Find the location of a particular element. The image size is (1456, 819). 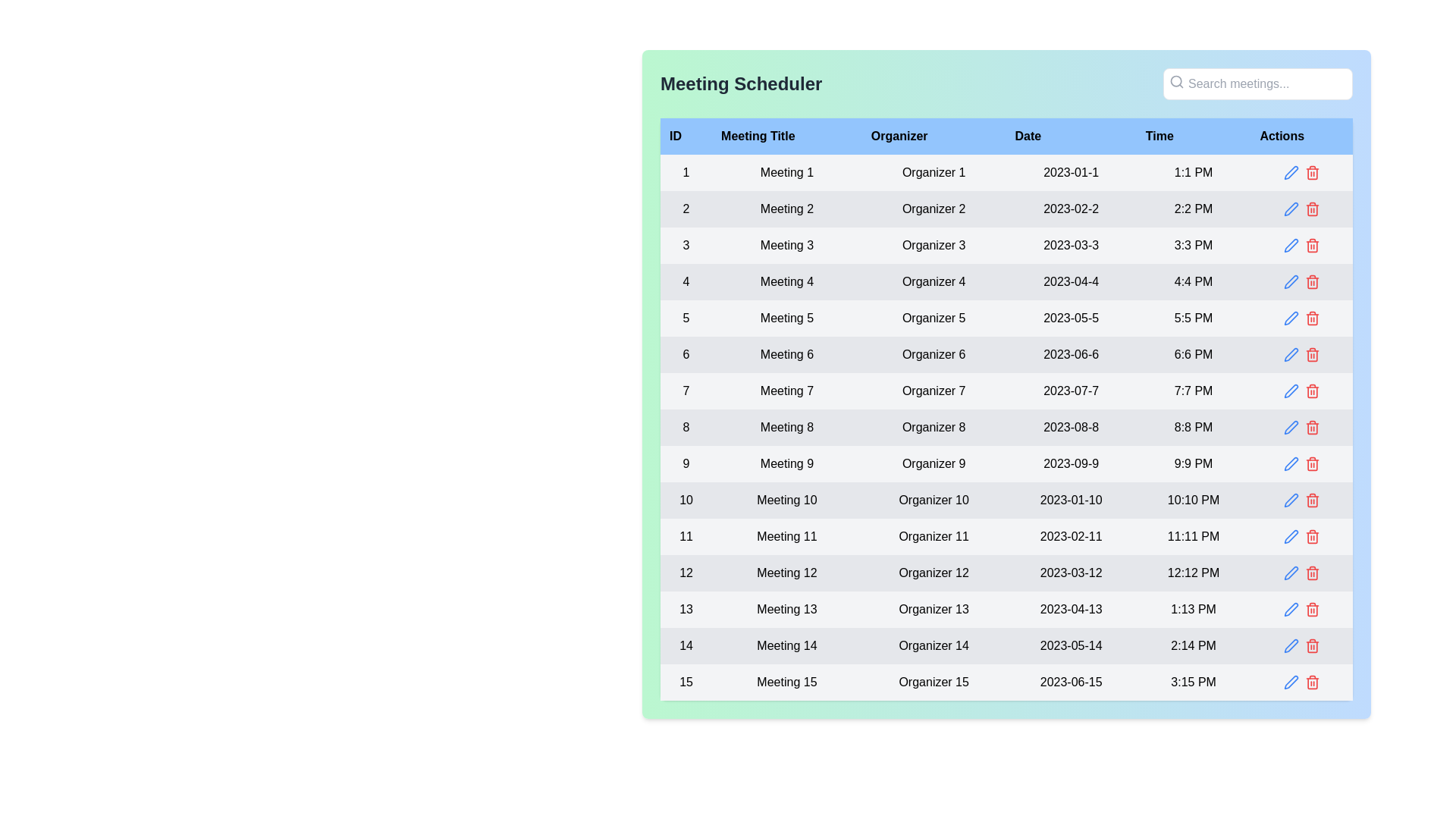

the pencil icon in the Actions column of the table row for Meeting 1 is located at coordinates (1301, 171).